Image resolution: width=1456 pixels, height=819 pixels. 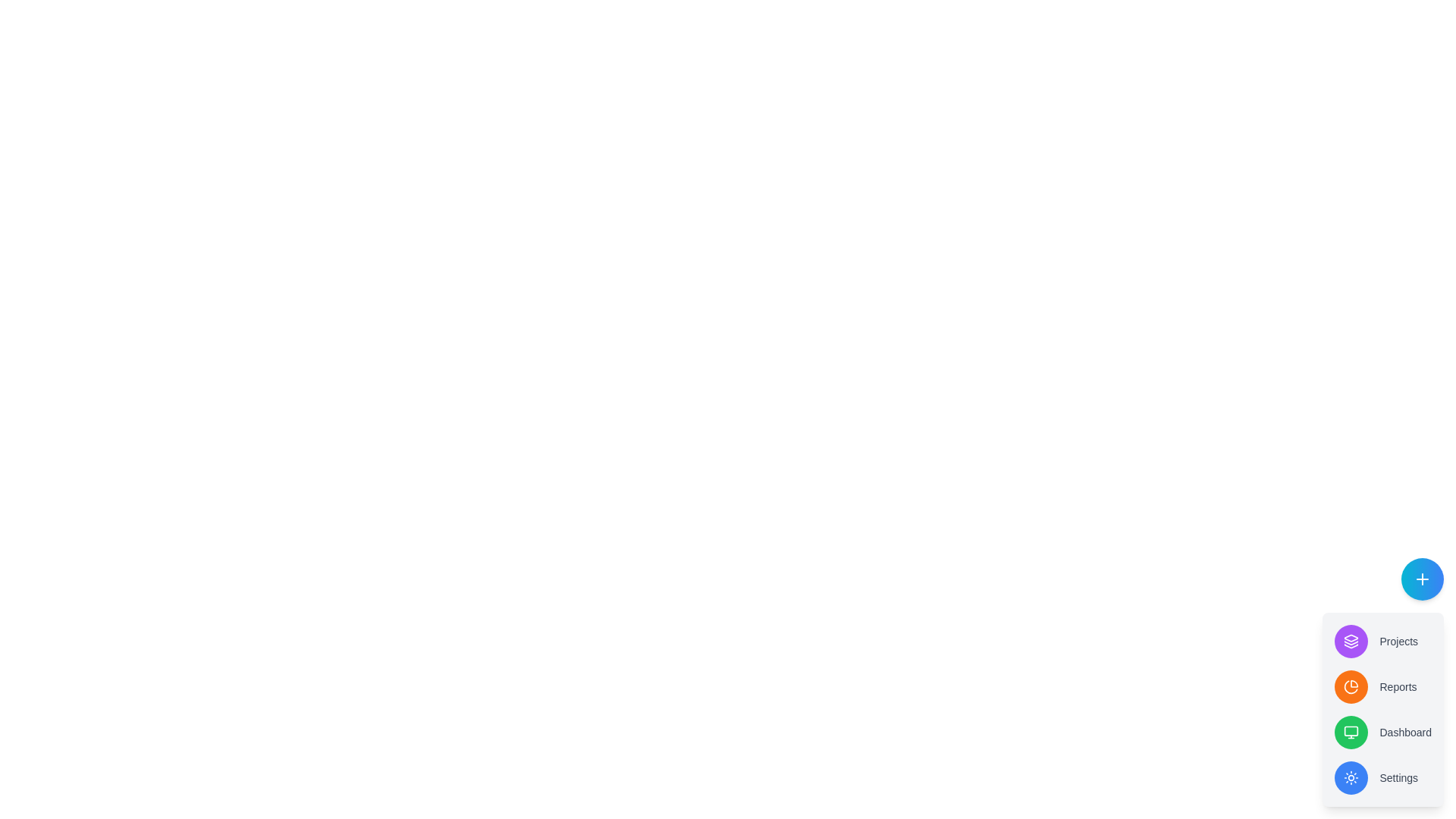 What do you see at coordinates (1382, 710) in the screenshot?
I see `the circular button in the bottom-right corner of the interface` at bounding box center [1382, 710].